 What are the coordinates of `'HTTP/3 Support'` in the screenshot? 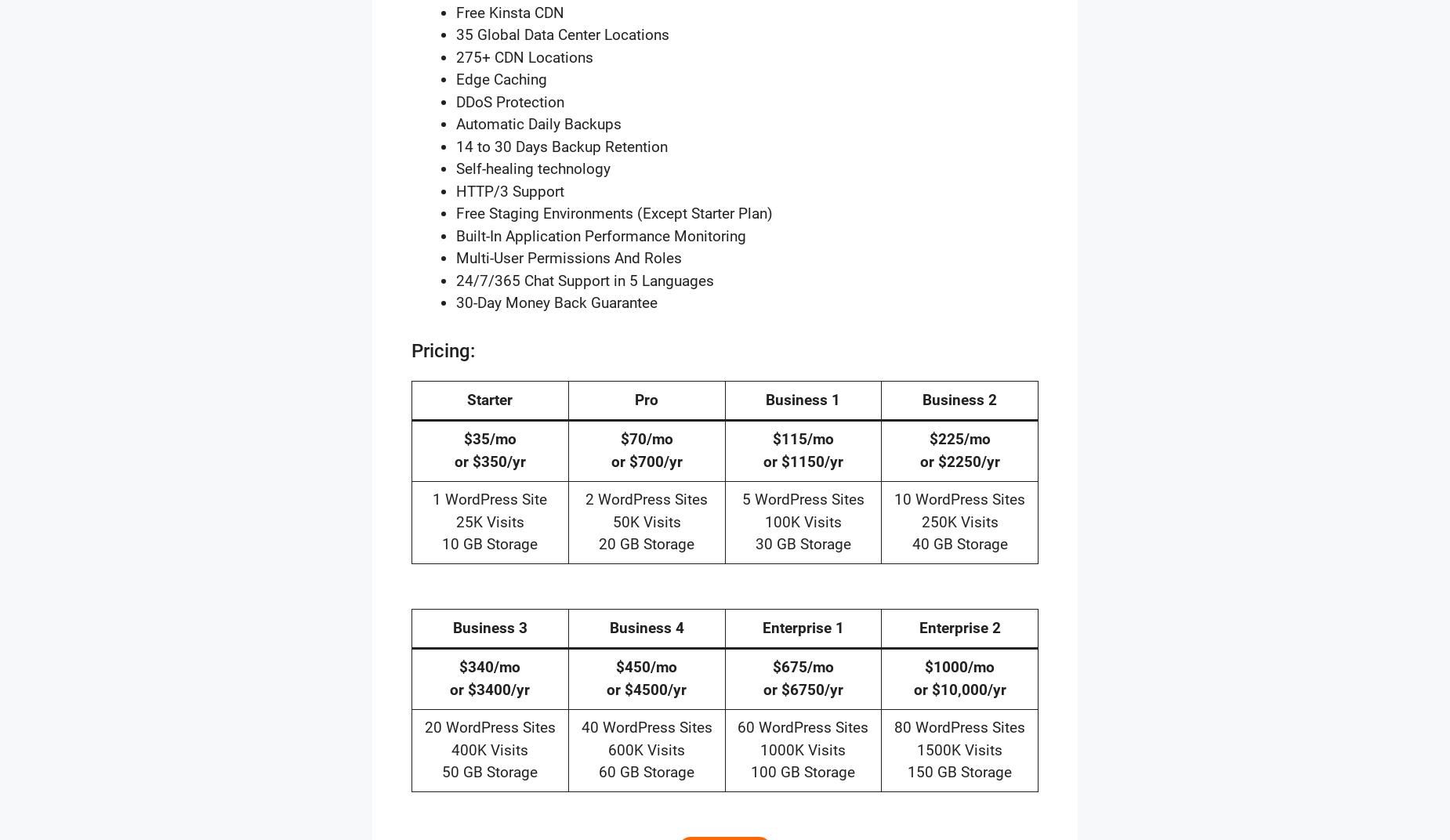 It's located at (510, 190).